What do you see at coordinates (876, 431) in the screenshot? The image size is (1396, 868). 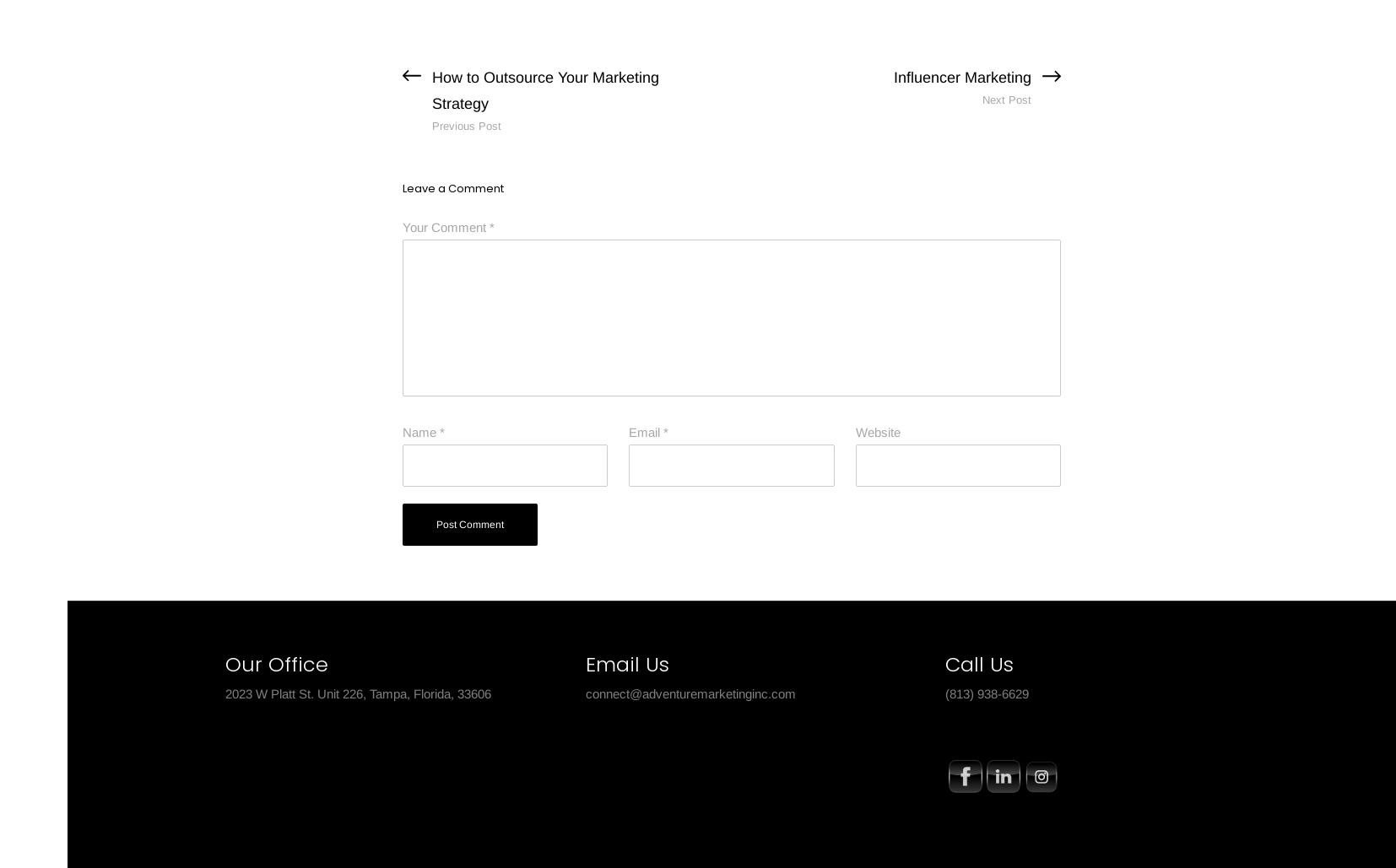 I see `'Website'` at bounding box center [876, 431].